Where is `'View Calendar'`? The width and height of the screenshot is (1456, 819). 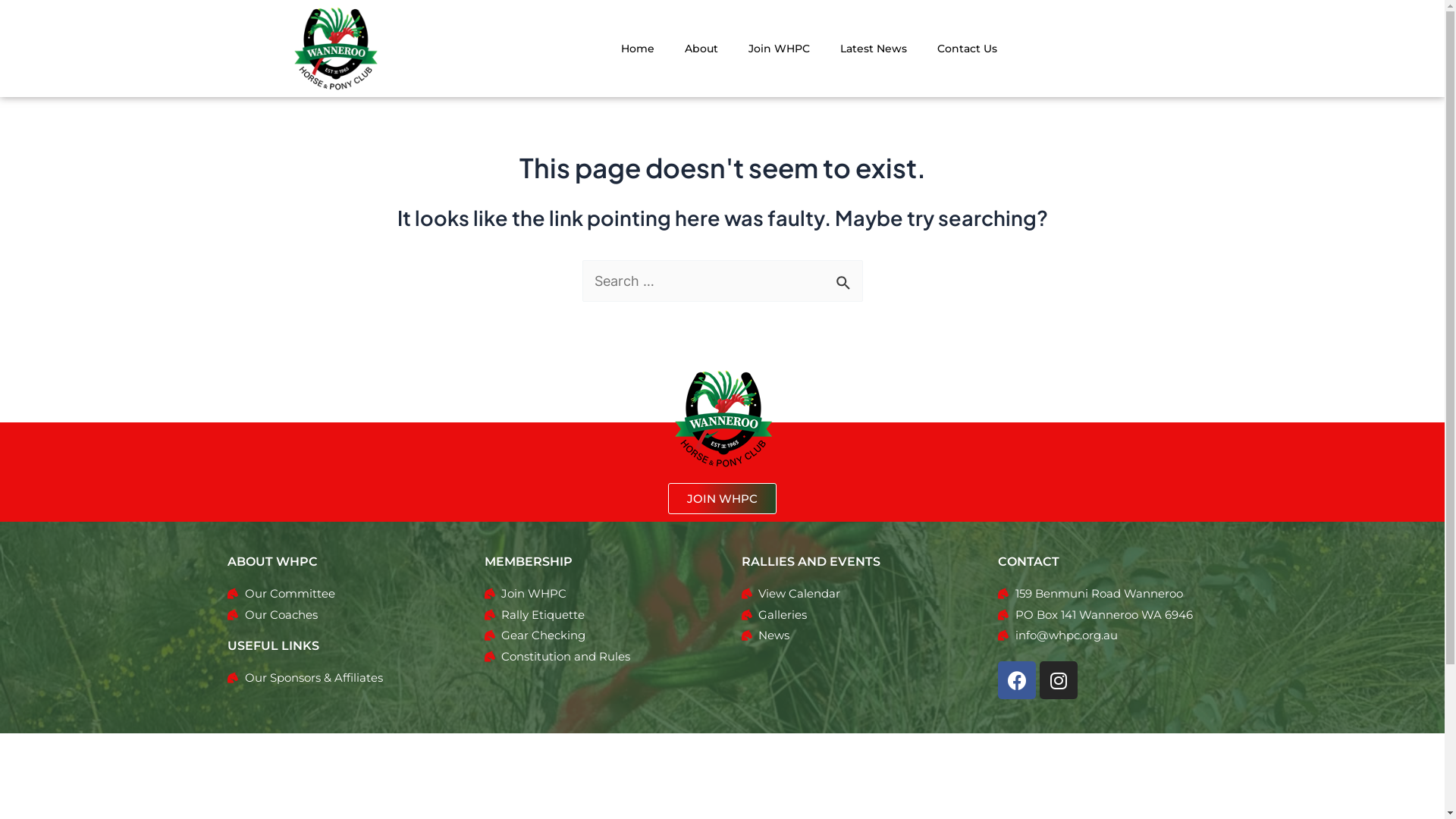 'View Calendar' is located at coordinates (851, 593).